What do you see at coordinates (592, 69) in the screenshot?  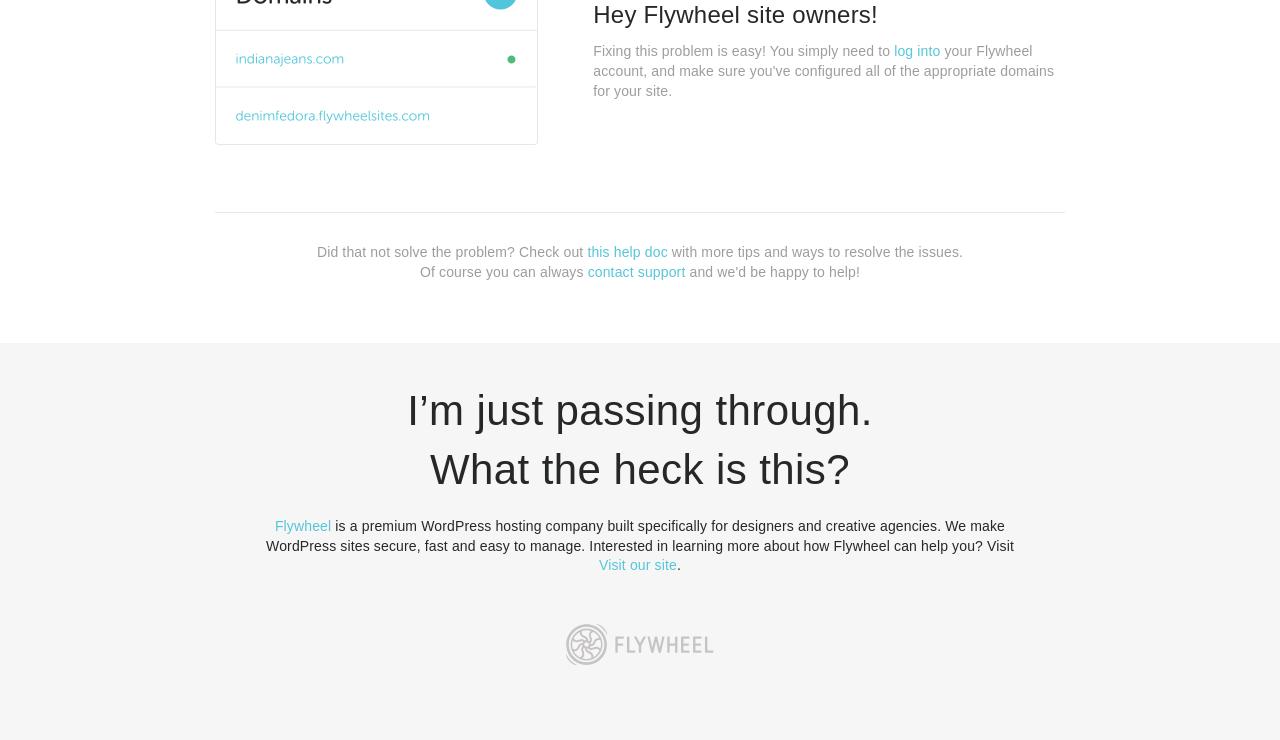 I see `'your Flywheel account, and make sure you've configured all of the appropriate domains for your site.'` at bounding box center [592, 69].